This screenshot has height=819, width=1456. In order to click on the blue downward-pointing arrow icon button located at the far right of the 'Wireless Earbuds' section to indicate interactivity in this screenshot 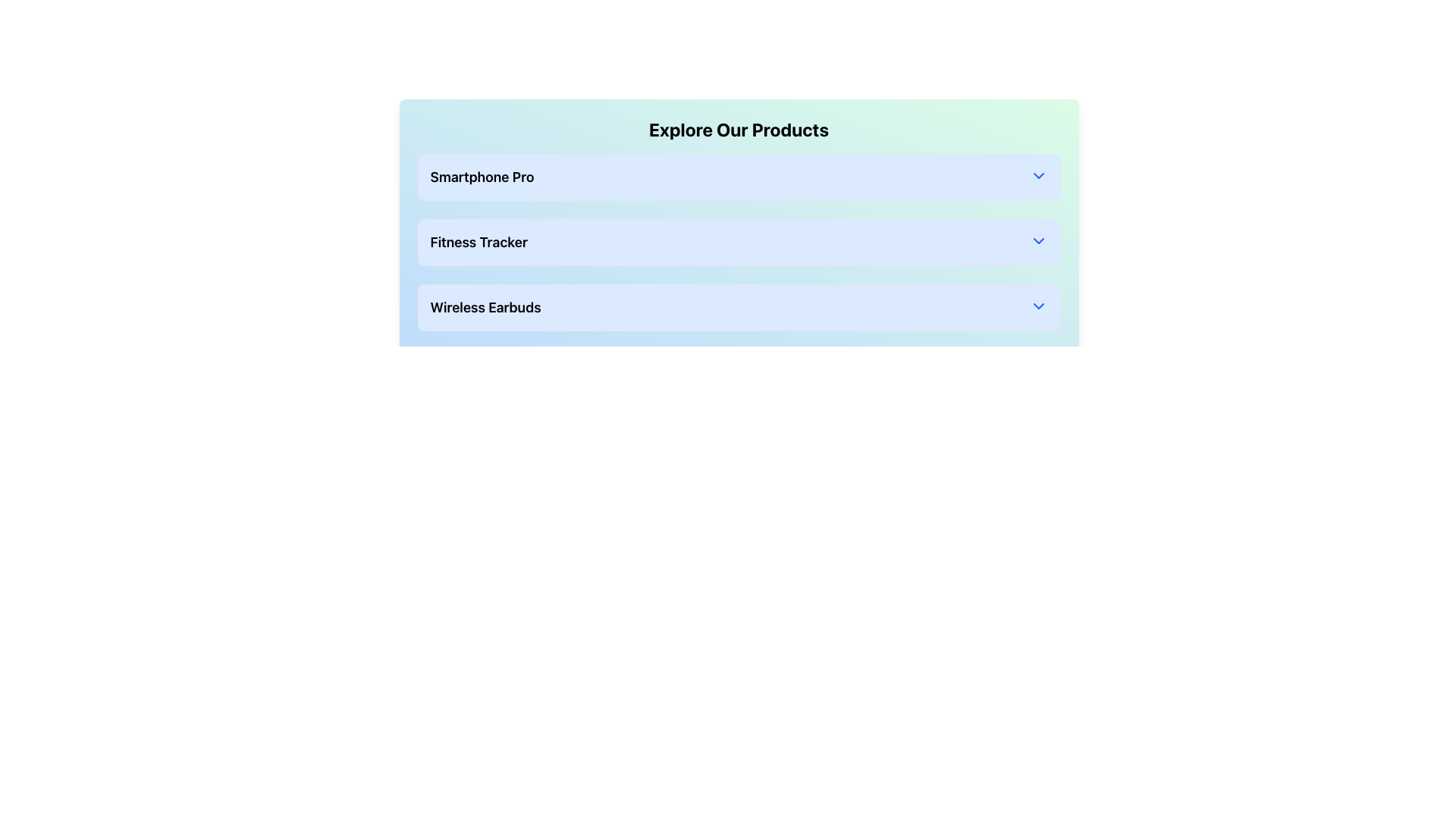, I will do `click(1037, 306)`.